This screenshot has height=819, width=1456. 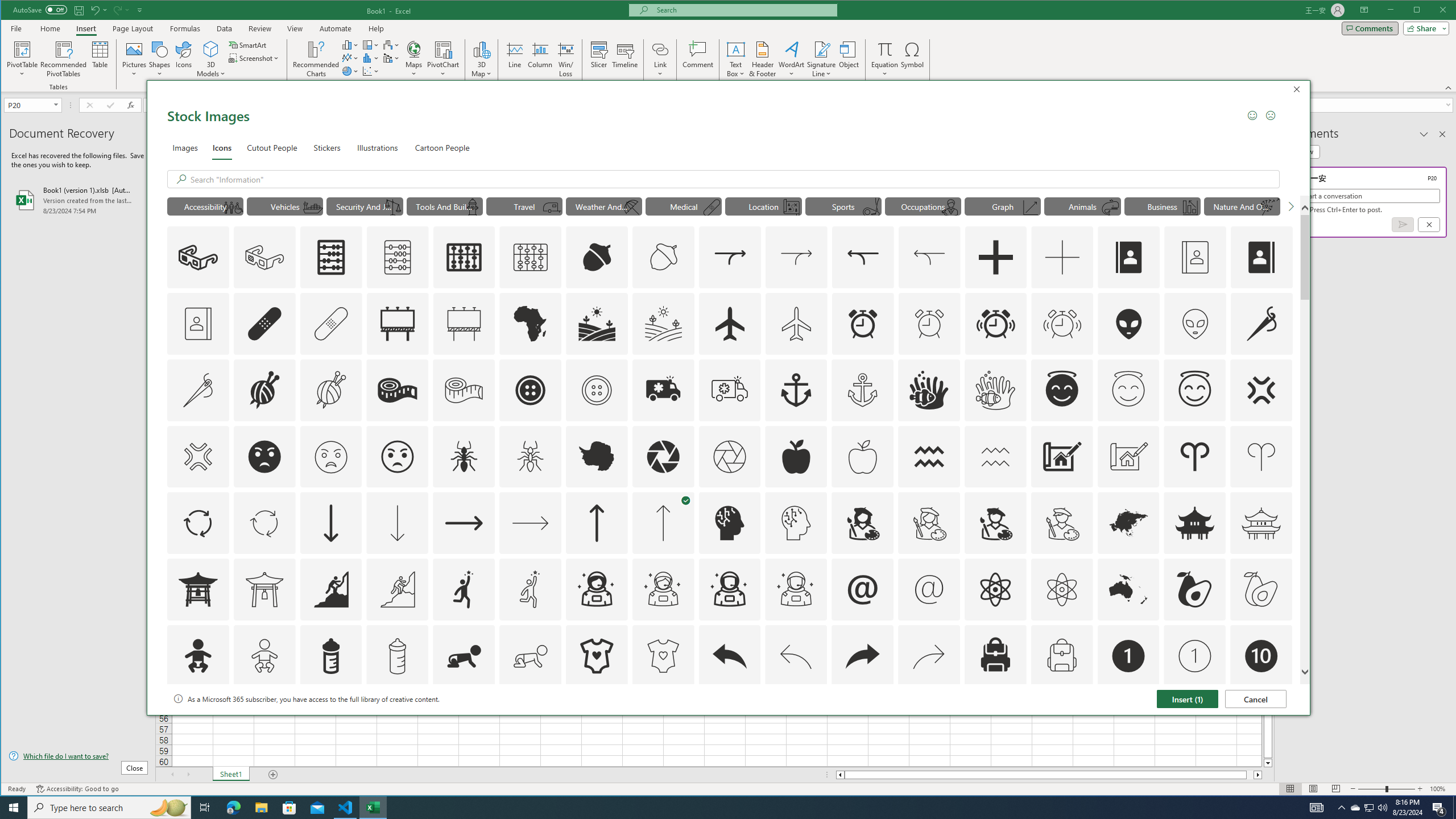 What do you see at coordinates (821, 59) in the screenshot?
I see `'Signature Line'` at bounding box center [821, 59].